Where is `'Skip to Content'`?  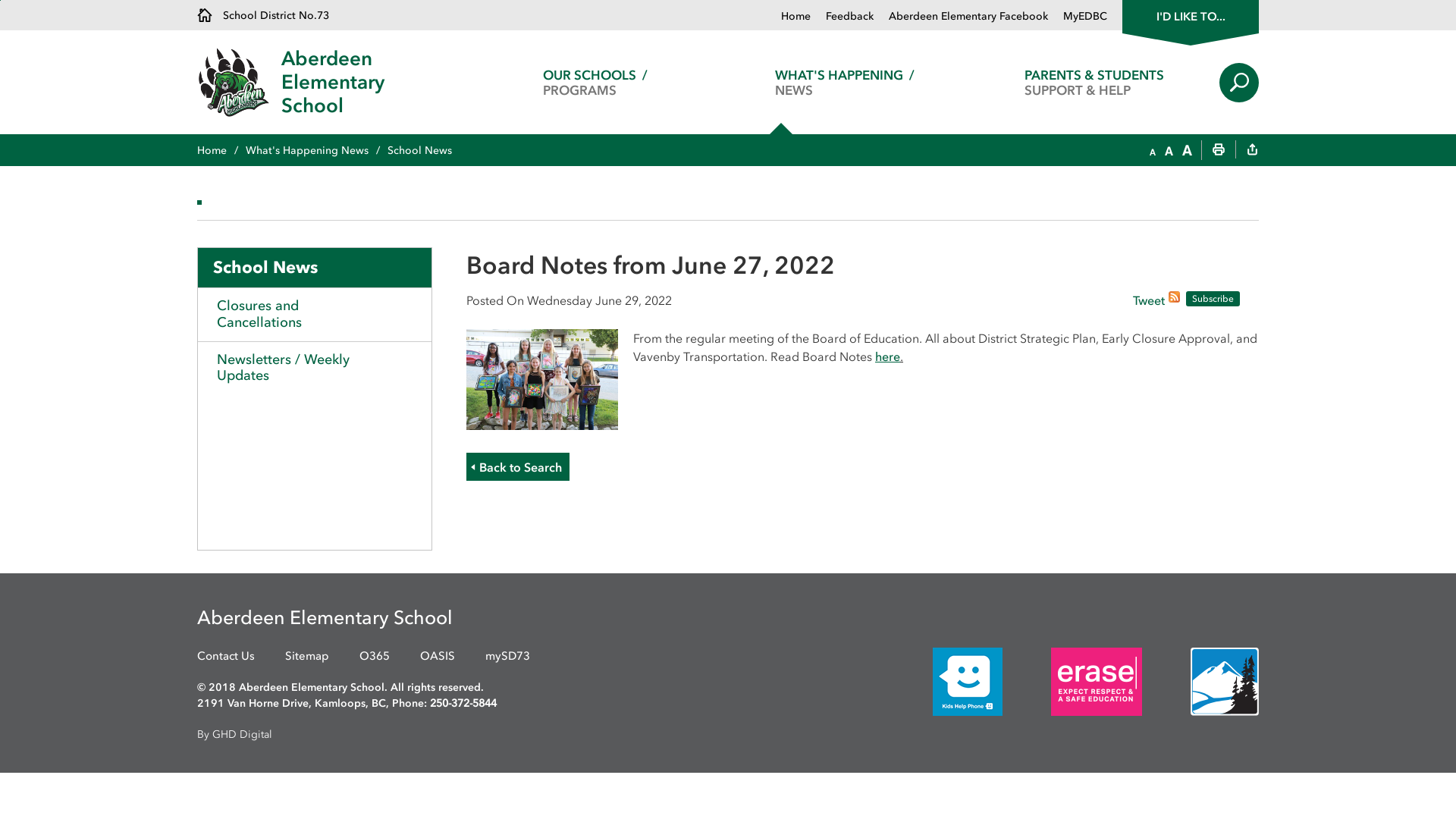 'Skip to Content' is located at coordinates (0, 0).